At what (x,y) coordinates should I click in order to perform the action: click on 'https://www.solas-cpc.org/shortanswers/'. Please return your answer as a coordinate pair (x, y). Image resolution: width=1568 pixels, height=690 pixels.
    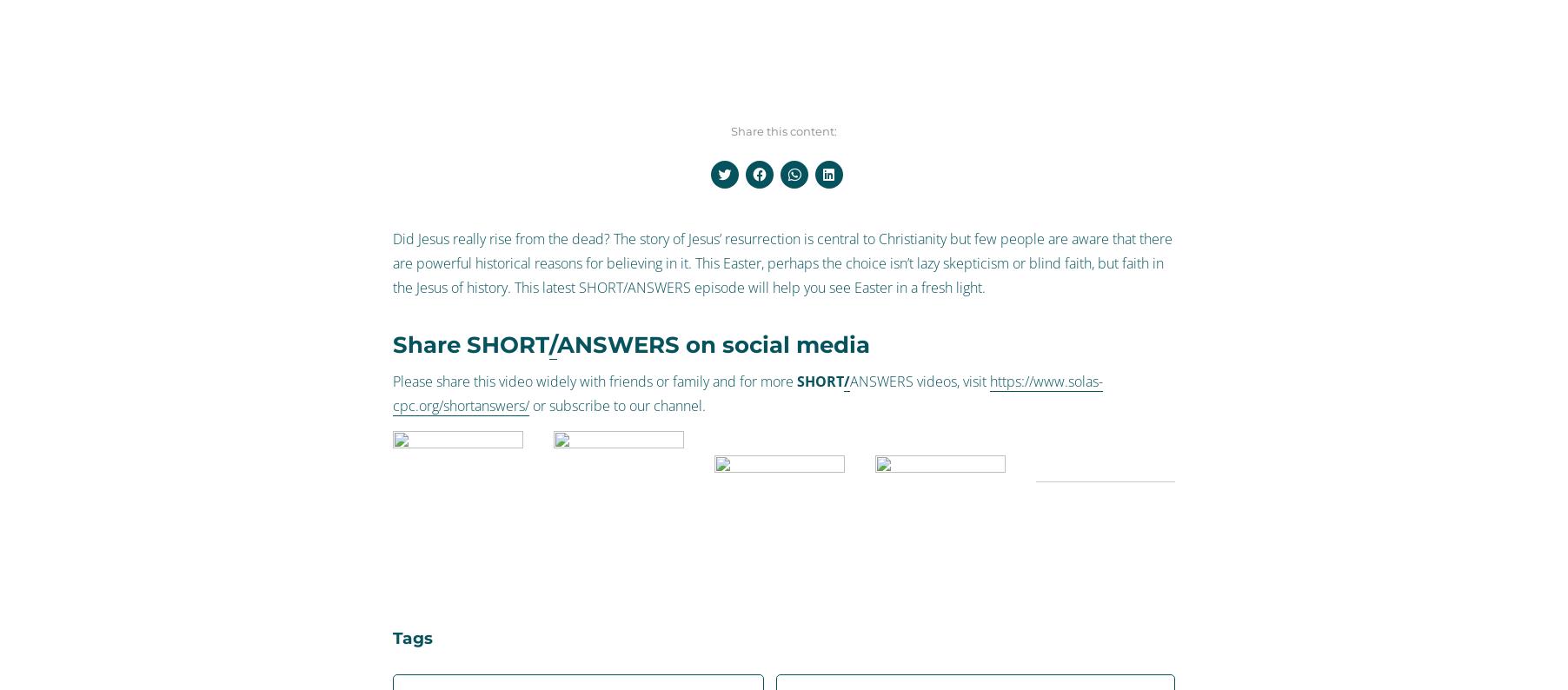
    Looking at the image, I should click on (747, 393).